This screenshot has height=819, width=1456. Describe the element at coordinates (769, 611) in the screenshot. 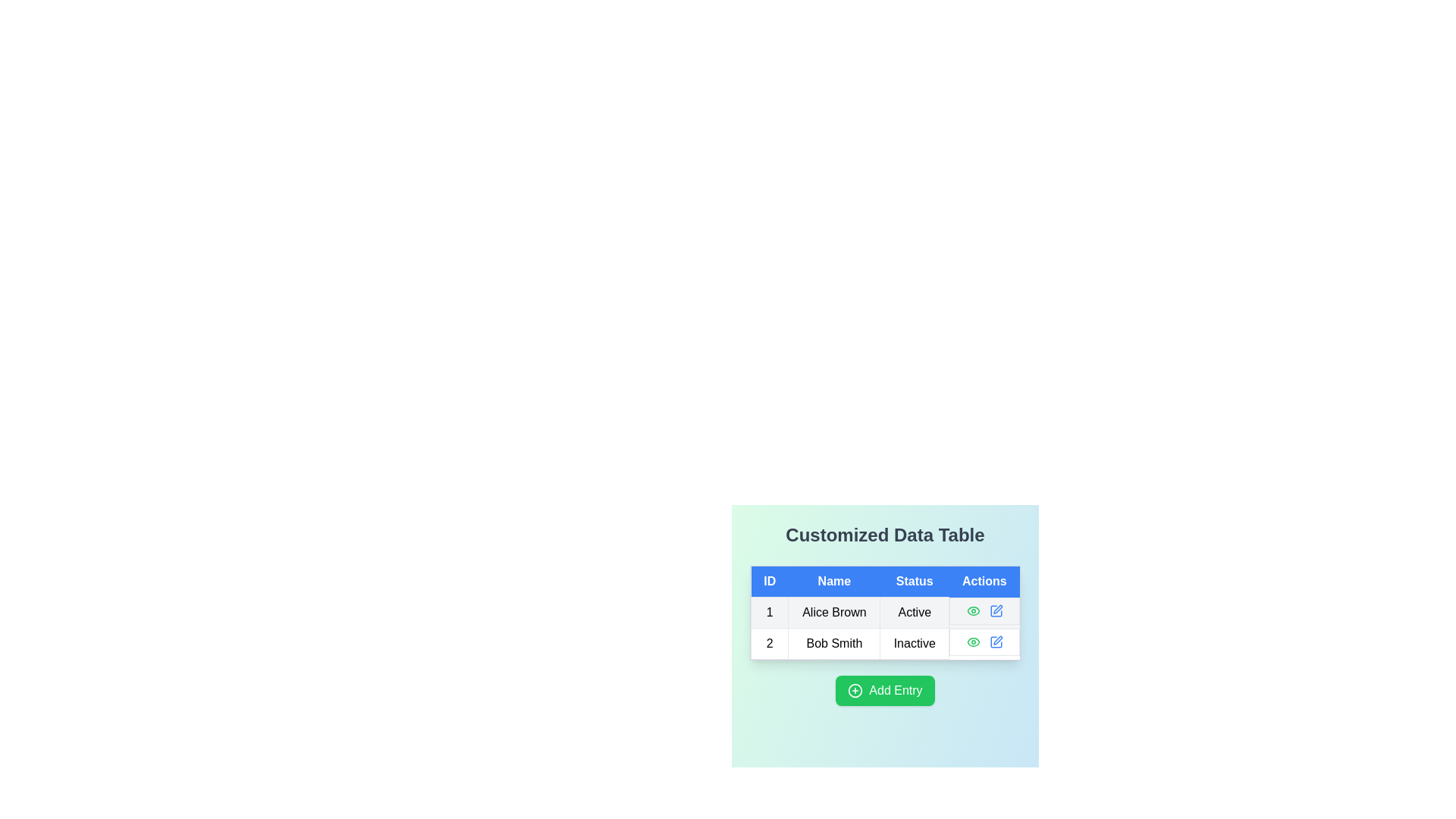

I see `the first cell` at that location.